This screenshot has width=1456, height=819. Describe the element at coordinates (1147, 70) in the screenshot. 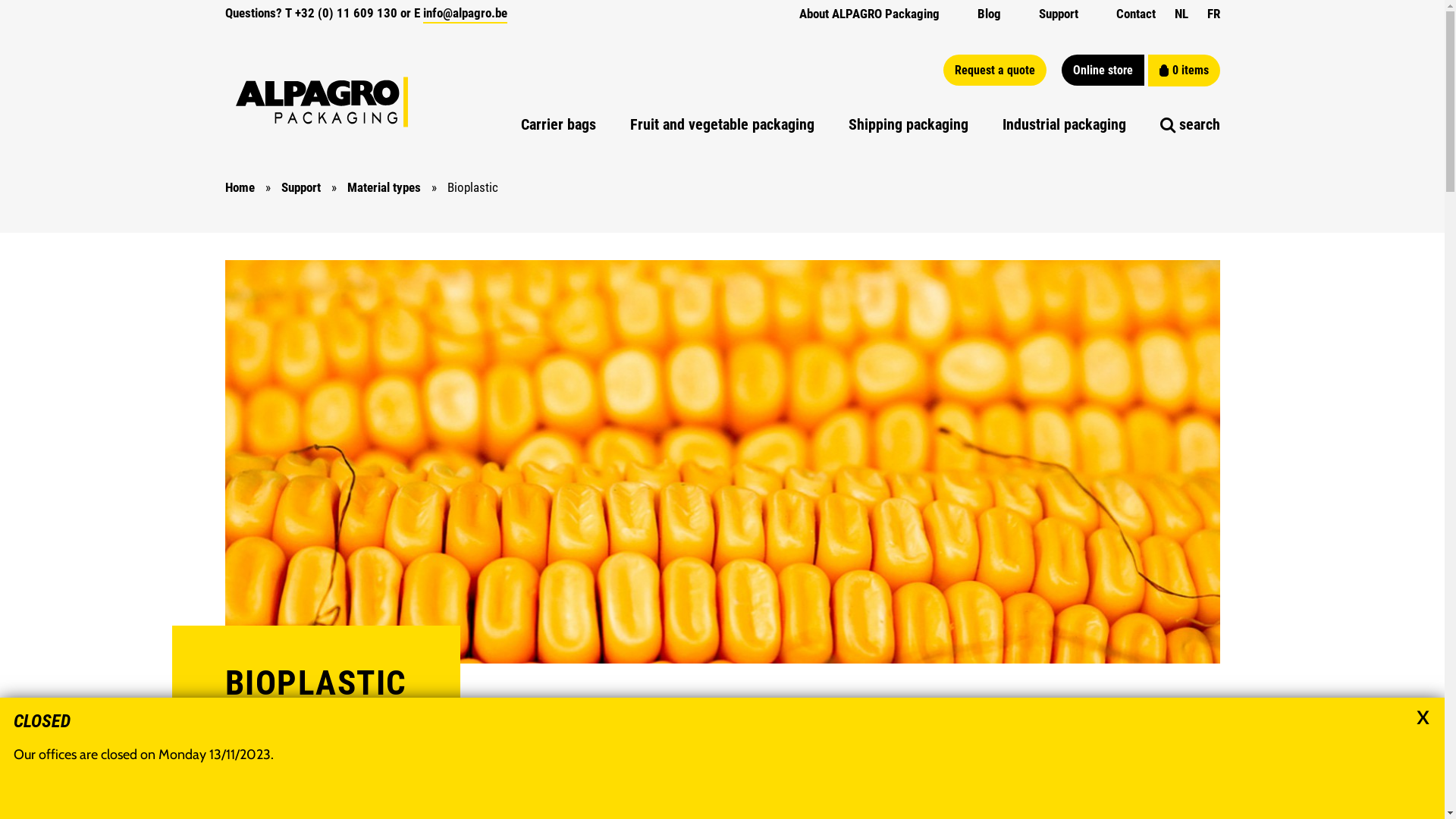

I see `'0 items'` at that location.